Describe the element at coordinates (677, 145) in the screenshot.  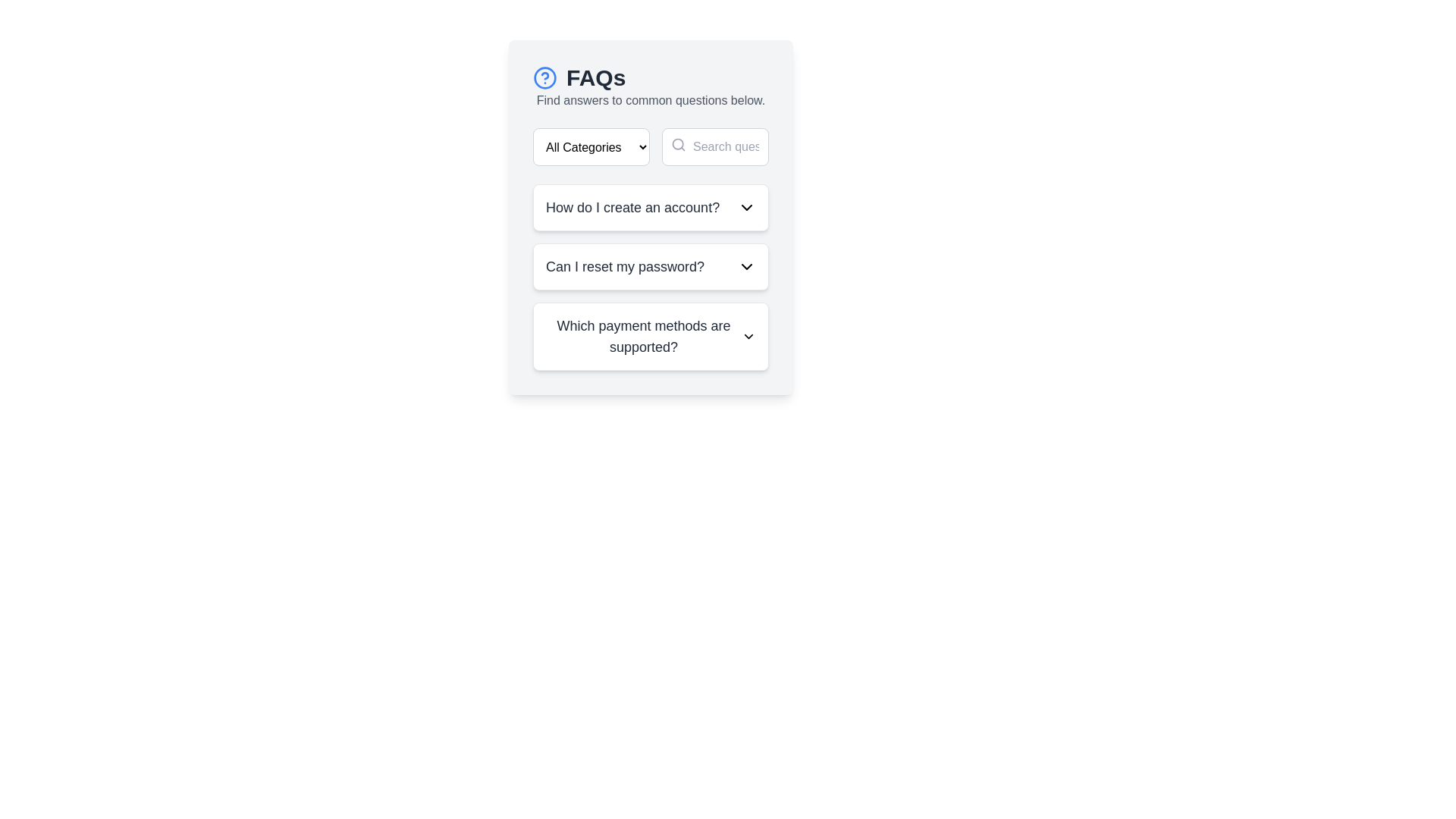
I see `the magnifying glass icon representing search functionality, which is located in the upper-right corner of the FAQ search bar section, directly to the left of the text entry field` at that location.